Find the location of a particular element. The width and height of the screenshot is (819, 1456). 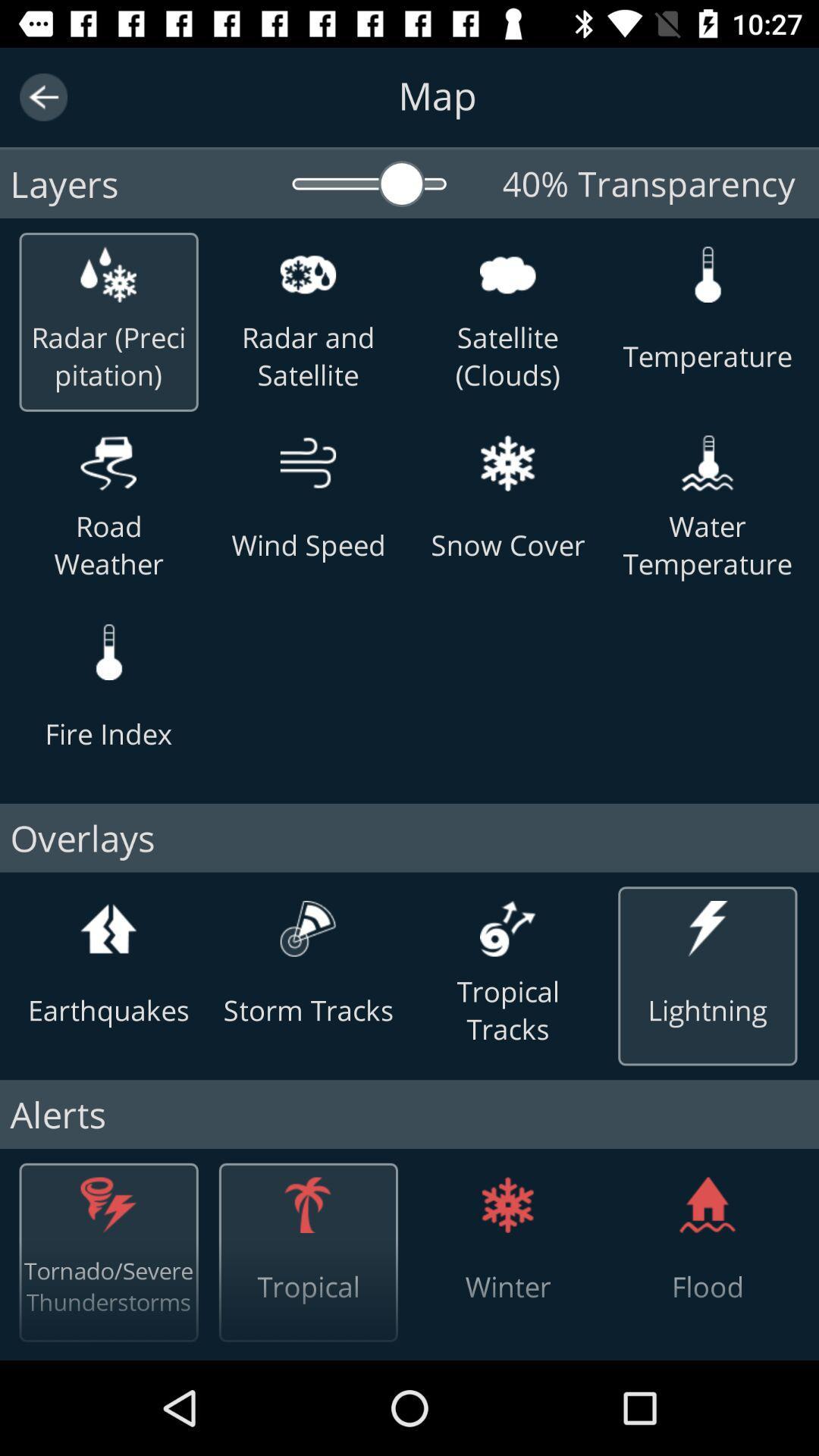

the icon above road weather text is located at coordinates (108, 463).